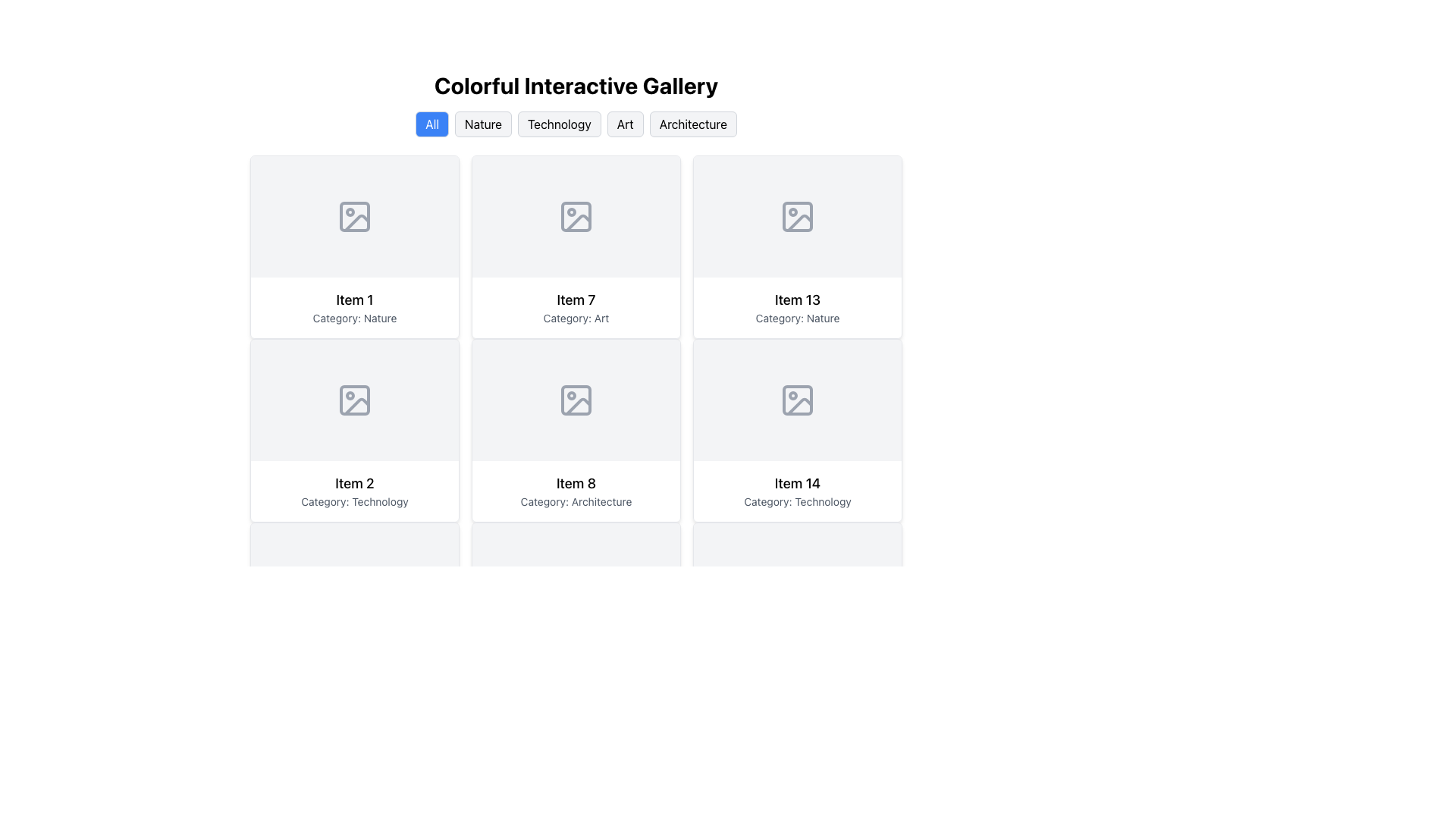  Describe the element at coordinates (796, 216) in the screenshot. I see `placeholder for an image or icon display, which features a light gray background with a mountain and sun/moon icon, located in the second column of the third row under 'Item 13'` at that location.